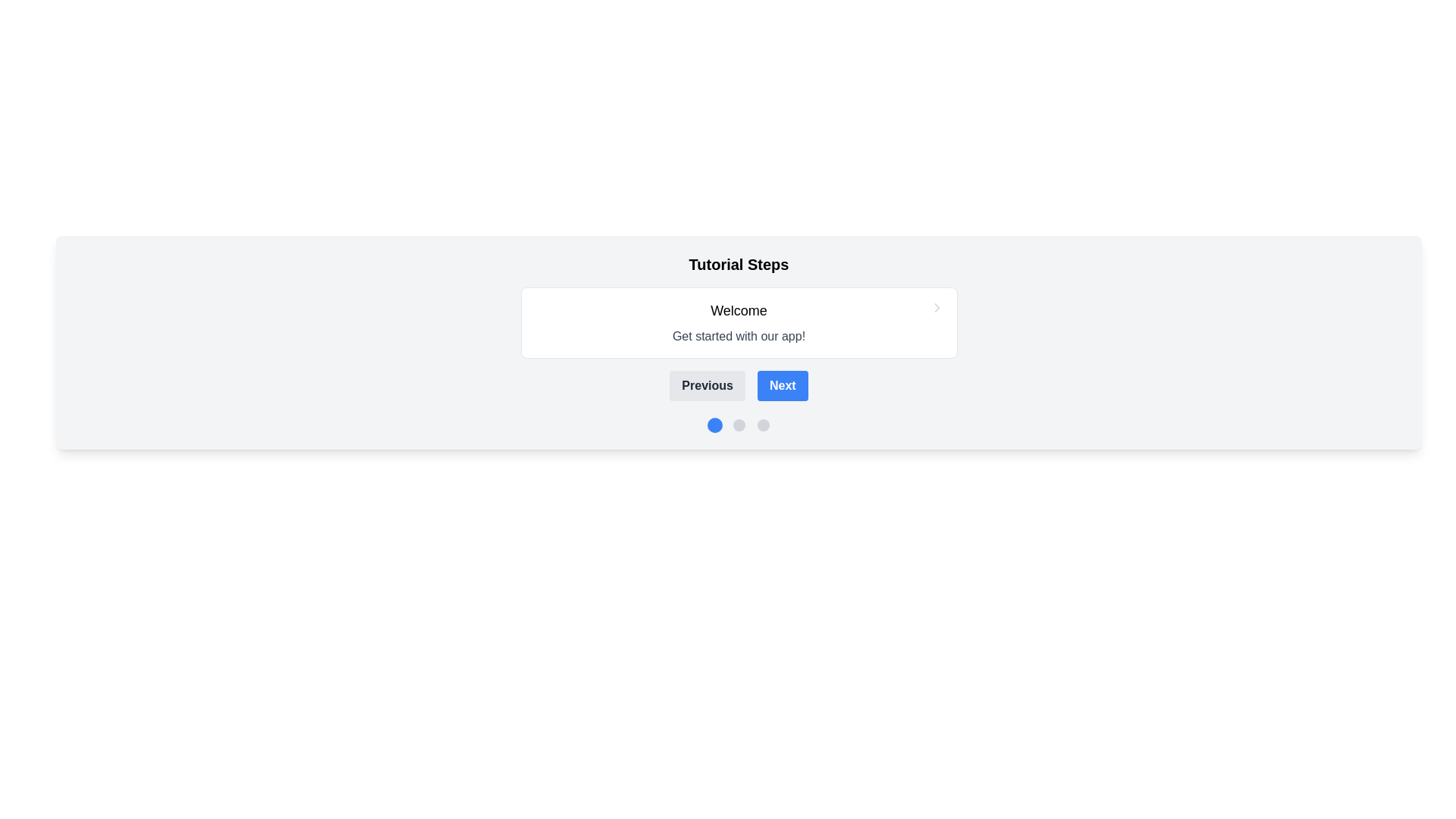 This screenshot has width=1456, height=819. What do you see at coordinates (763, 425) in the screenshot?
I see `the third dot in the row of three navigational dots` at bounding box center [763, 425].